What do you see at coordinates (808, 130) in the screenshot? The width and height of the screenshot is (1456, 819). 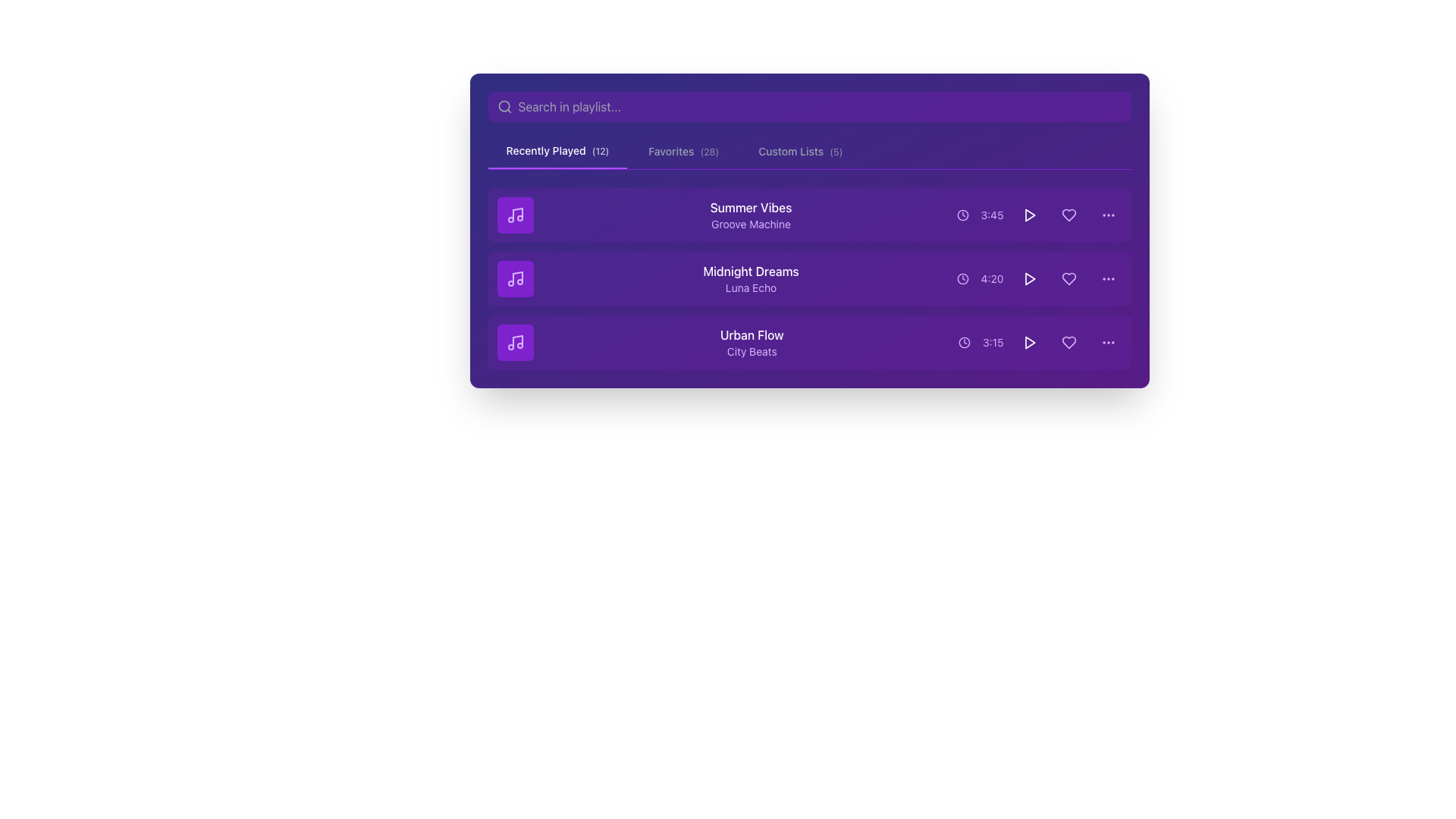 I see `the Tab navigation bar located at the upper central section of the interface` at bounding box center [808, 130].